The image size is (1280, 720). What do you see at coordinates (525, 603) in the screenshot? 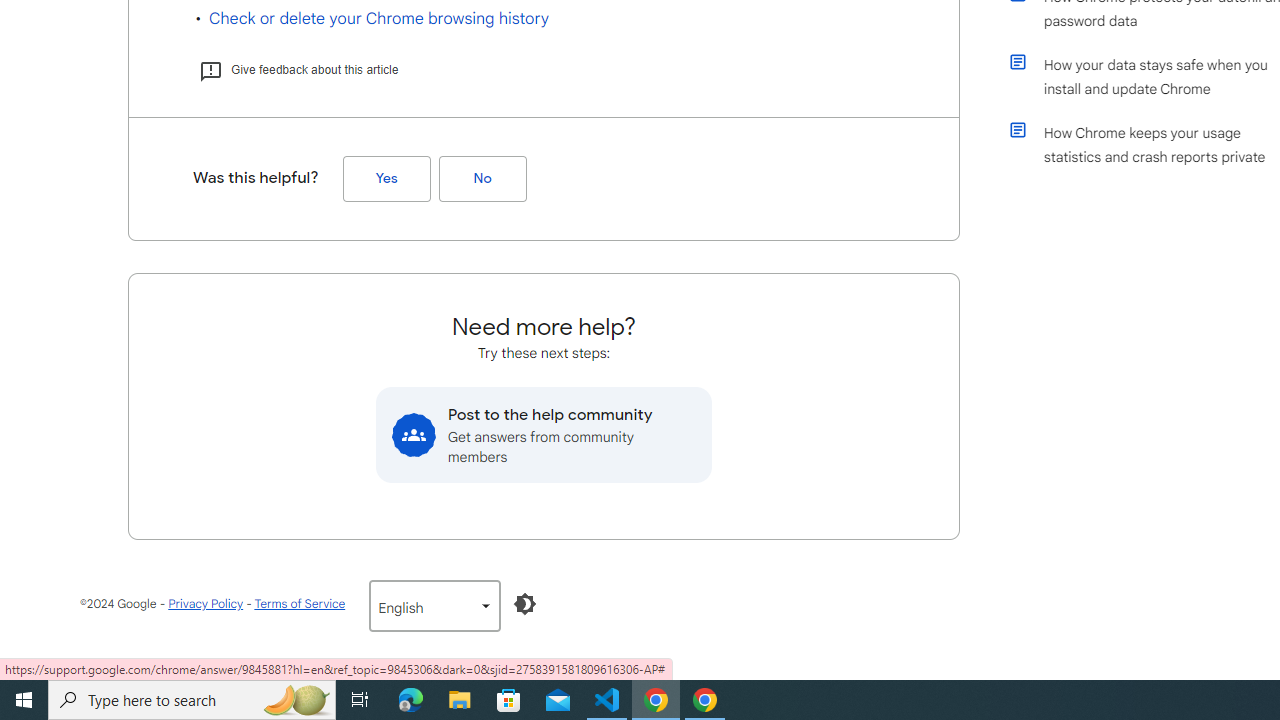
I see `'Enable Dark Mode'` at bounding box center [525, 603].